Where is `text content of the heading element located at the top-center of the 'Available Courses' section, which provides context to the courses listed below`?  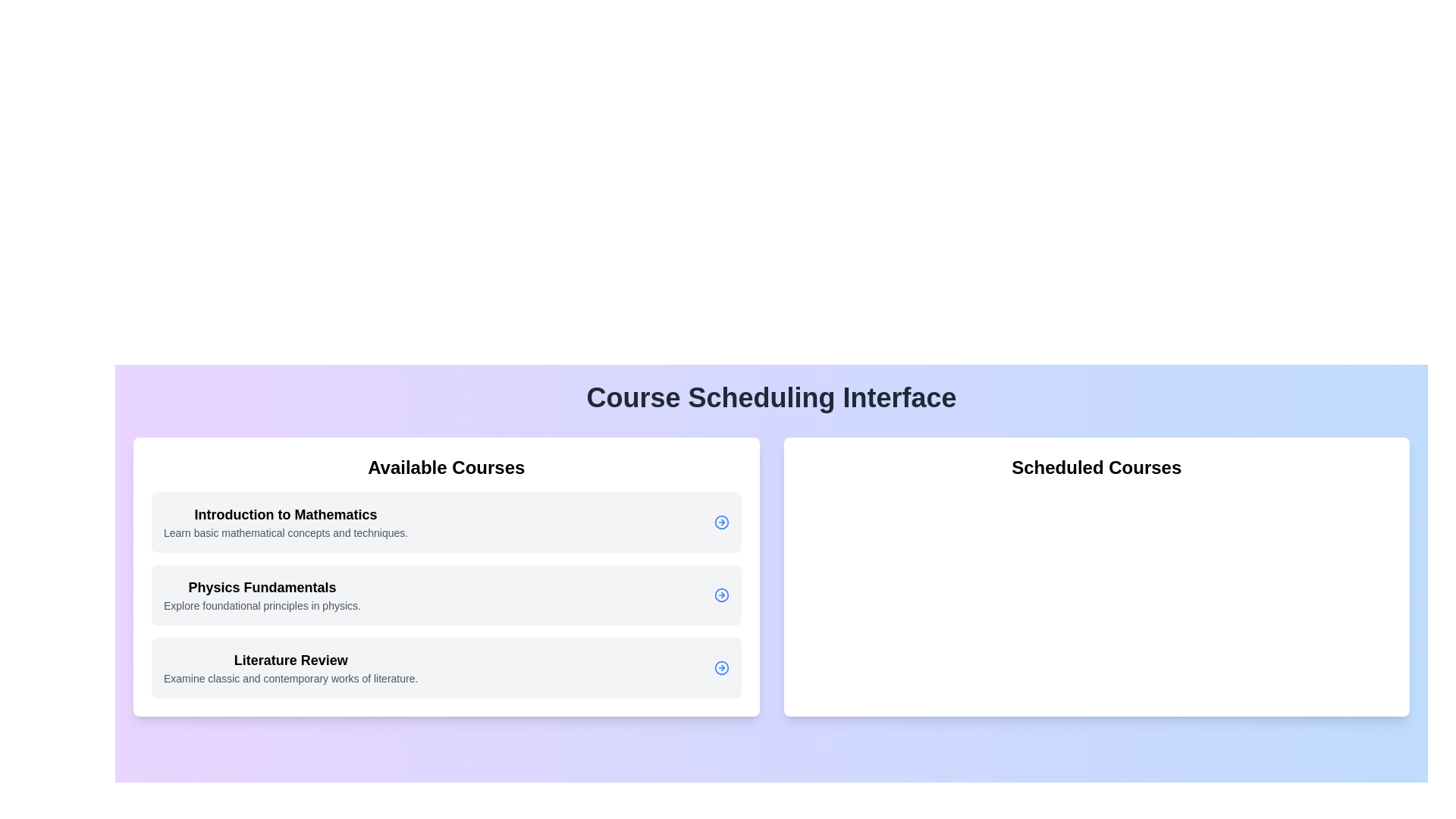 text content of the heading element located at the top-center of the 'Available Courses' section, which provides context to the courses listed below is located at coordinates (445, 467).